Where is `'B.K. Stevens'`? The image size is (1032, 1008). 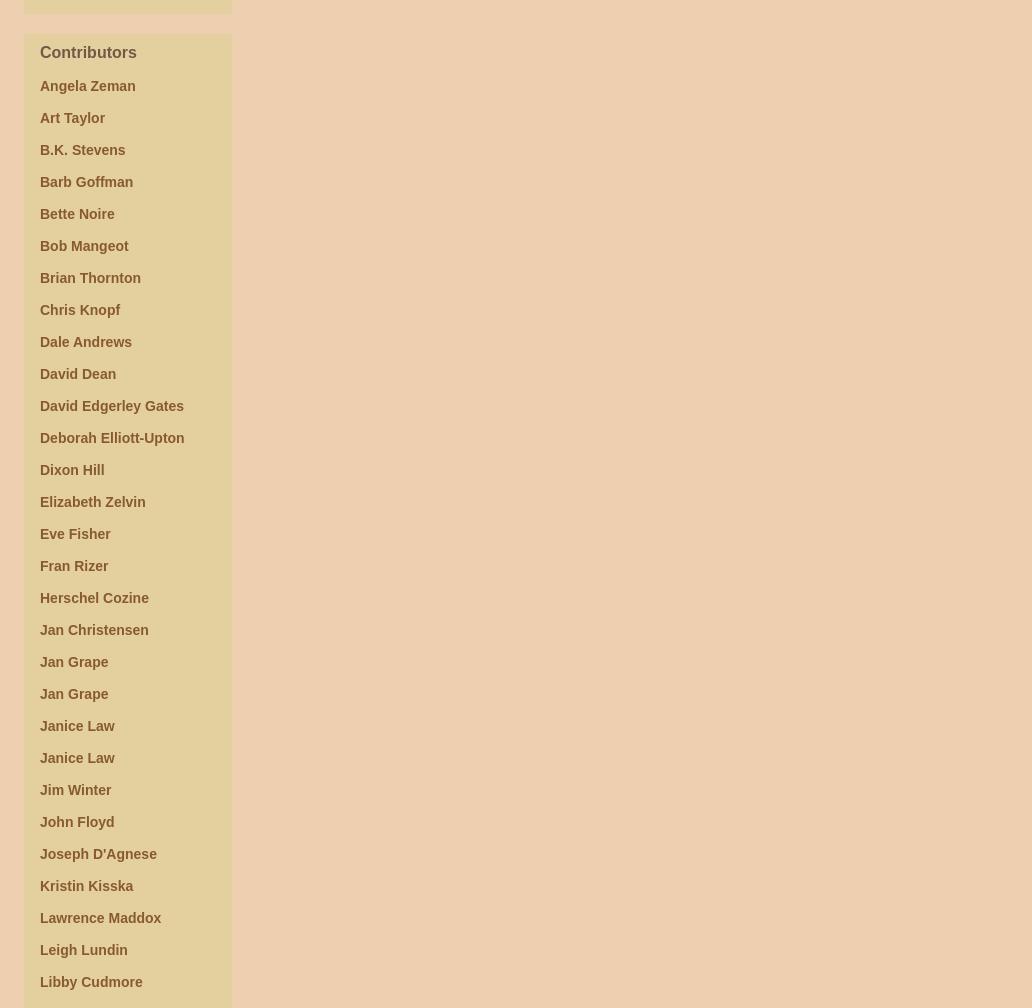
'B.K. Stevens' is located at coordinates (82, 149).